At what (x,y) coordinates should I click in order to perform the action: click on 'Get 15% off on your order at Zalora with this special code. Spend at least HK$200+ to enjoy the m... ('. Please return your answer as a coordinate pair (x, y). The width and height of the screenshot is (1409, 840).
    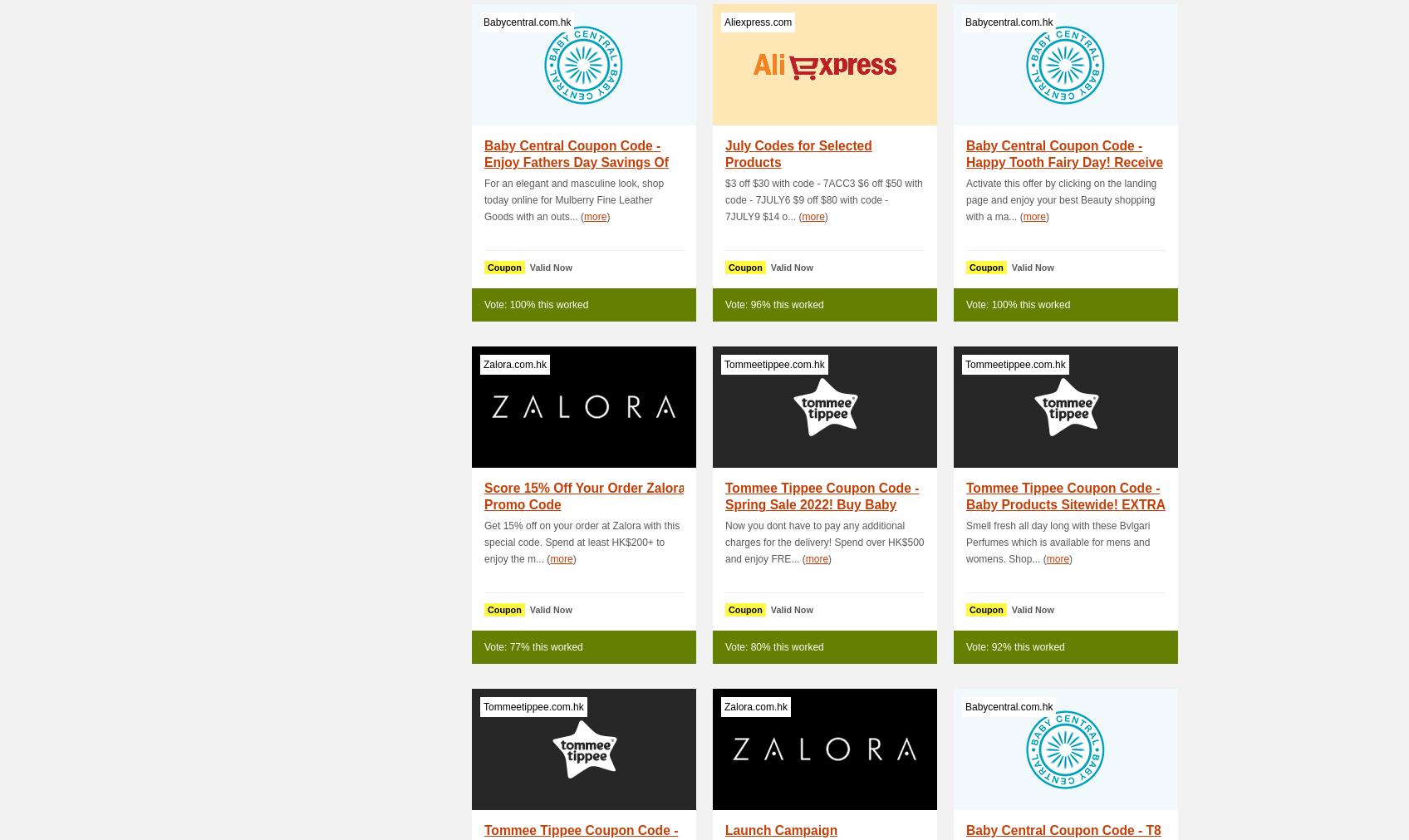
    Looking at the image, I should click on (581, 543).